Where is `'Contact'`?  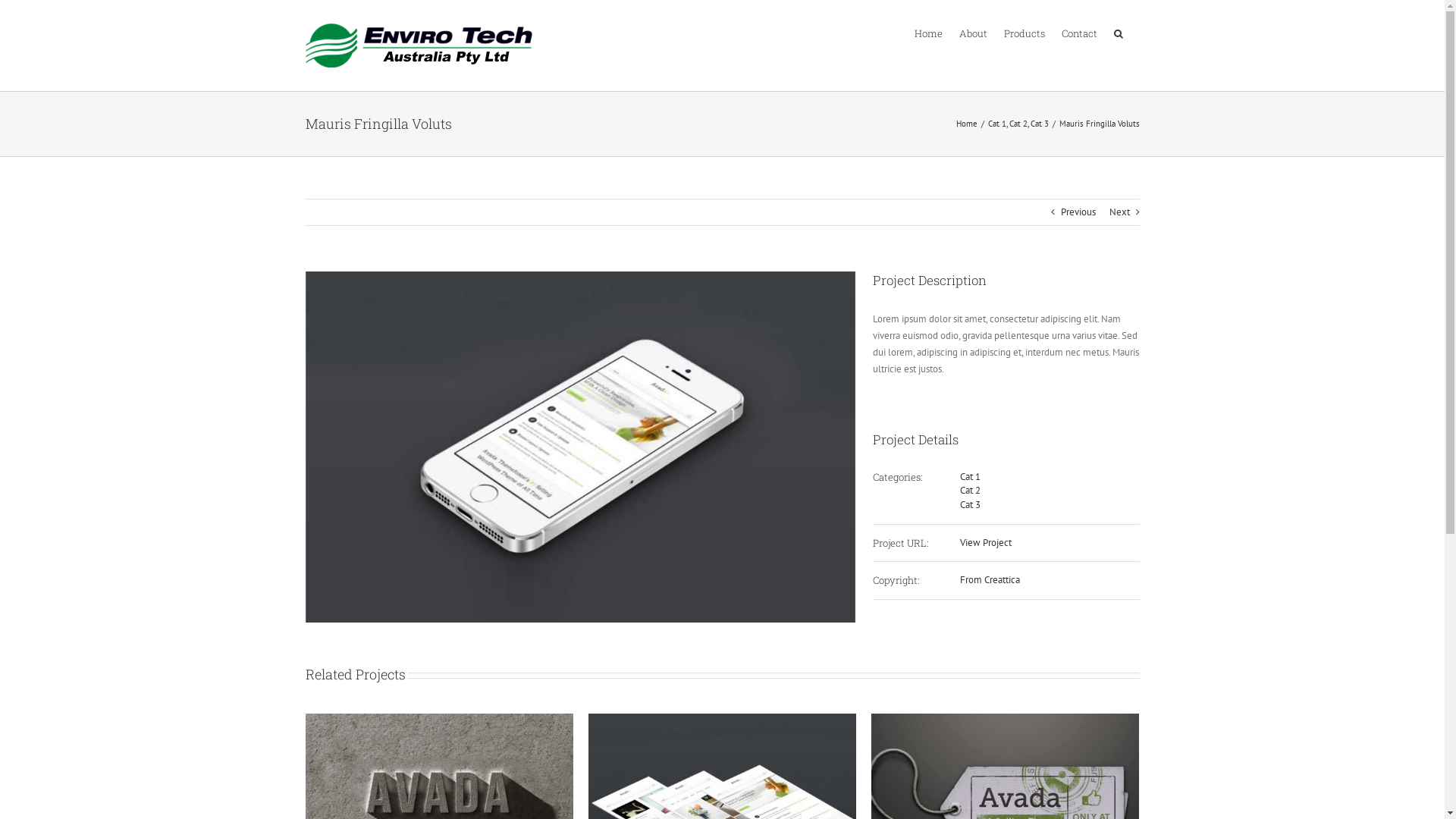
'Contact' is located at coordinates (1078, 32).